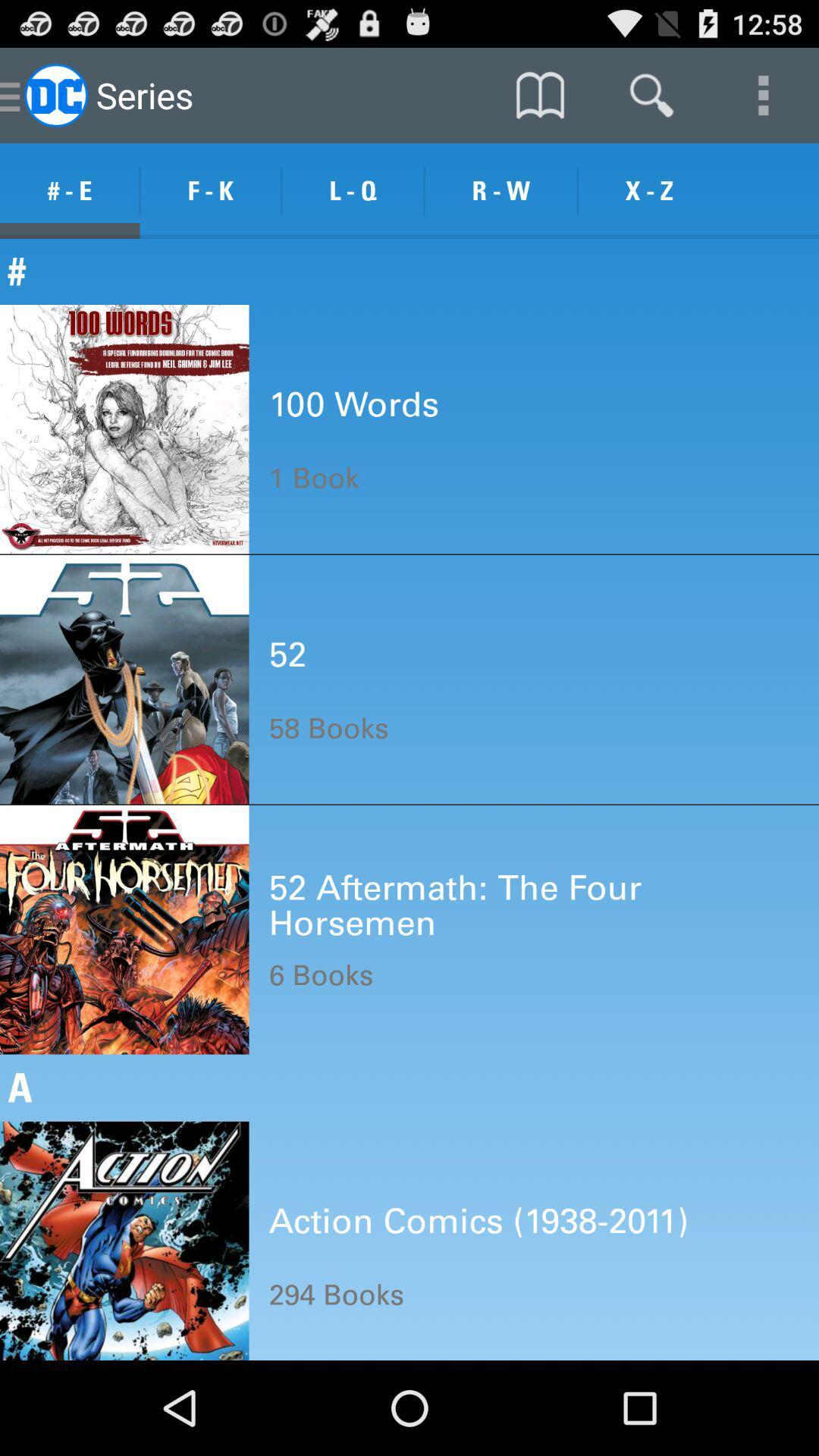  Describe the element at coordinates (648, 190) in the screenshot. I see `the icon to the right of r - w item` at that location.